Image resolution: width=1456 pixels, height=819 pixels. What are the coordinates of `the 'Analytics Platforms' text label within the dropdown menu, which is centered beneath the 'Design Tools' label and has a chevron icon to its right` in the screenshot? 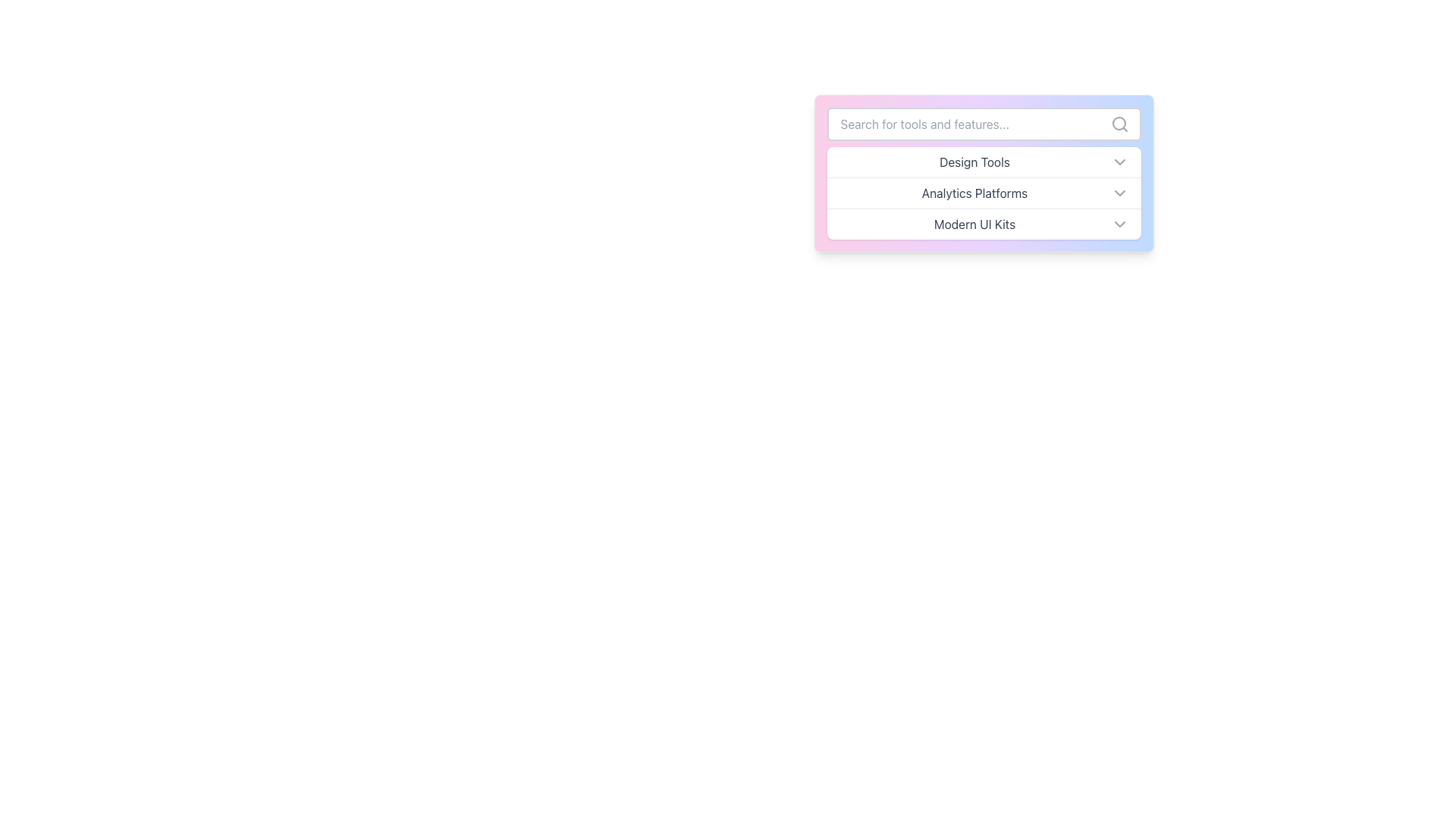 It's located at (974, 192).